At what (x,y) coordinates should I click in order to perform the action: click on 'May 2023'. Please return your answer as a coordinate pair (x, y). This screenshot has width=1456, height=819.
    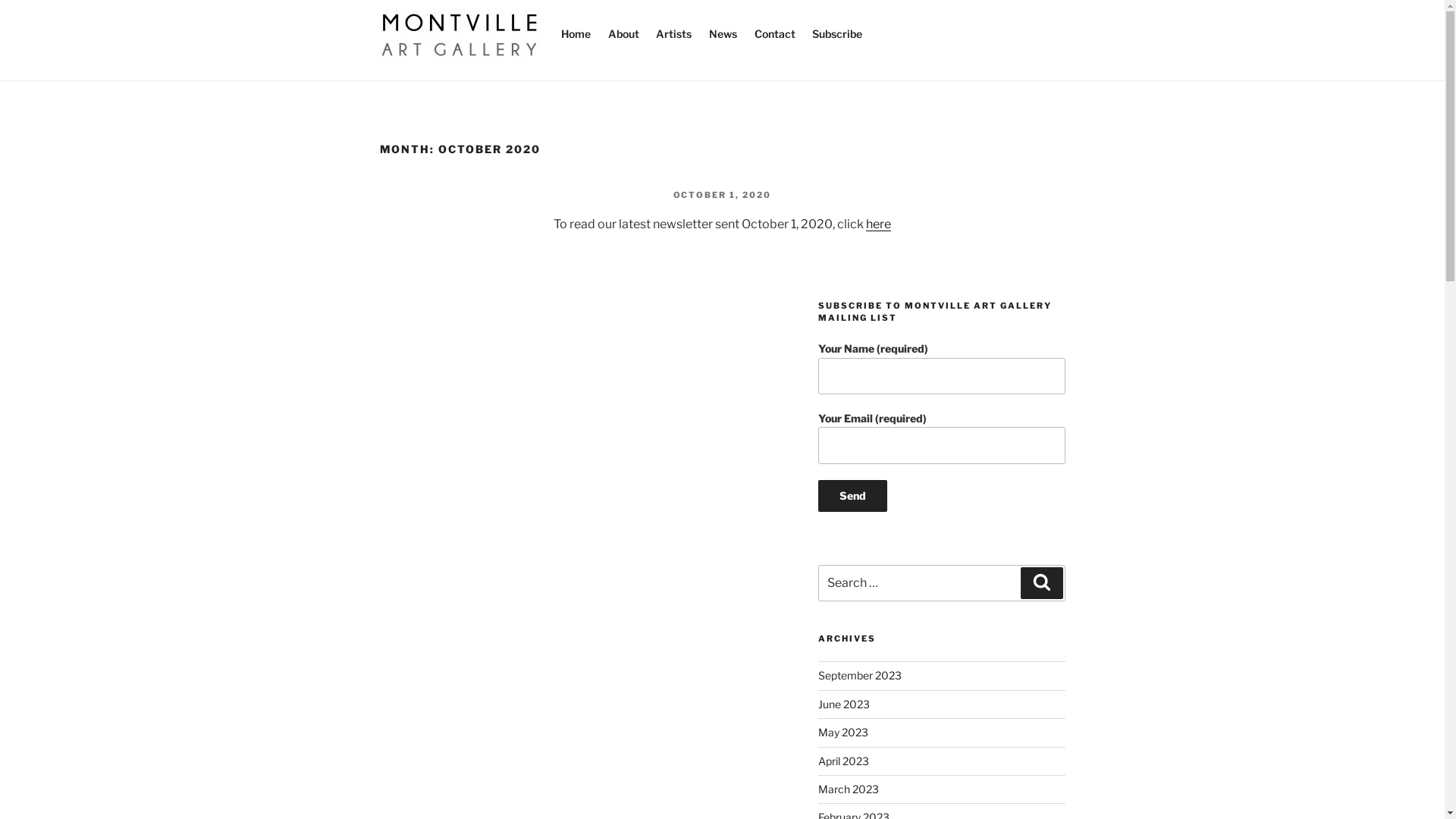
    Looking at the image, I should click on (843, 731).